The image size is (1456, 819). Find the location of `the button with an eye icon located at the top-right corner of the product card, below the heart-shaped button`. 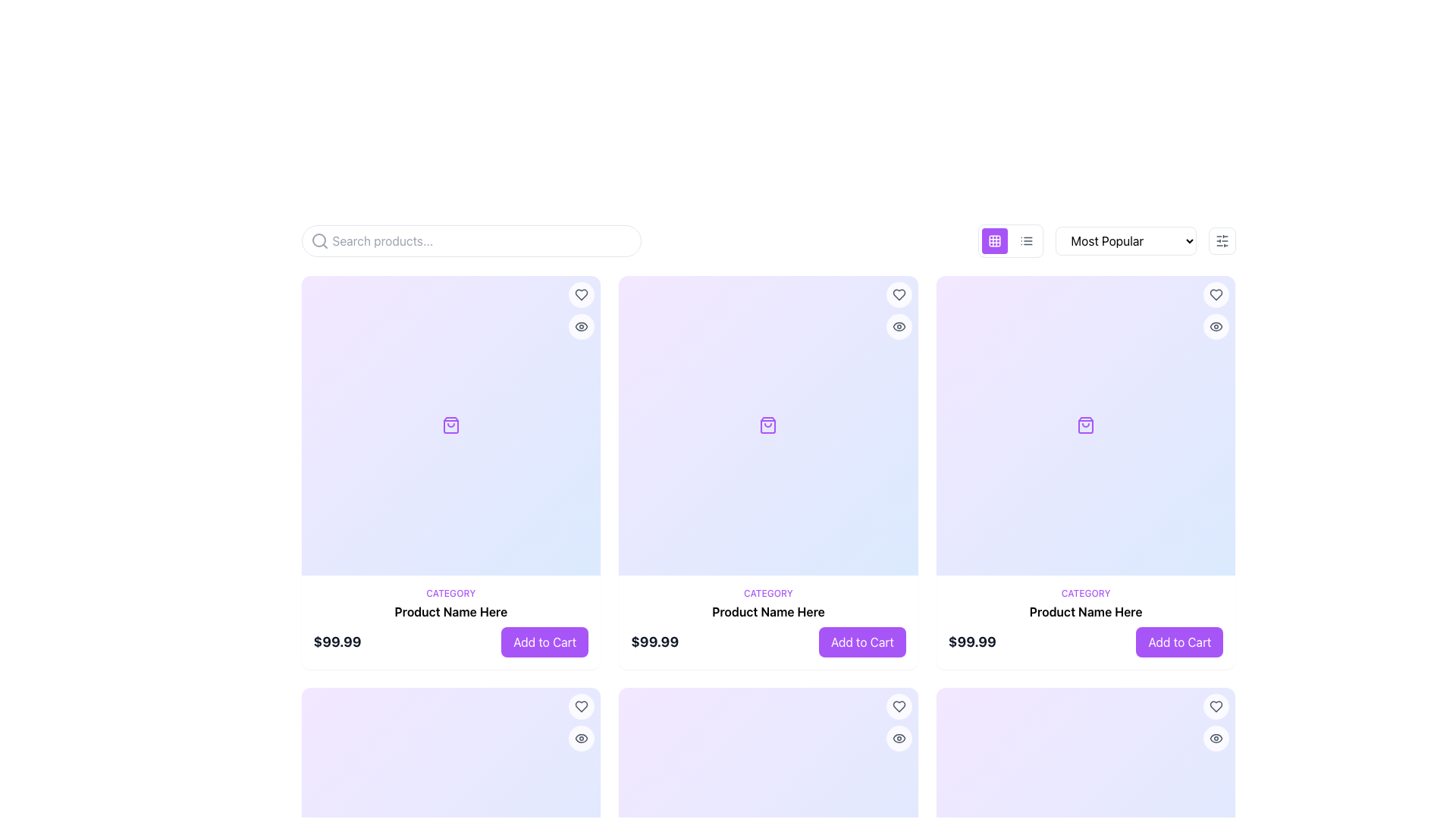

the button with an eye icon located at the top-right corner of the product card, below the heart-shaped button is located at coordinates (1216, 326).